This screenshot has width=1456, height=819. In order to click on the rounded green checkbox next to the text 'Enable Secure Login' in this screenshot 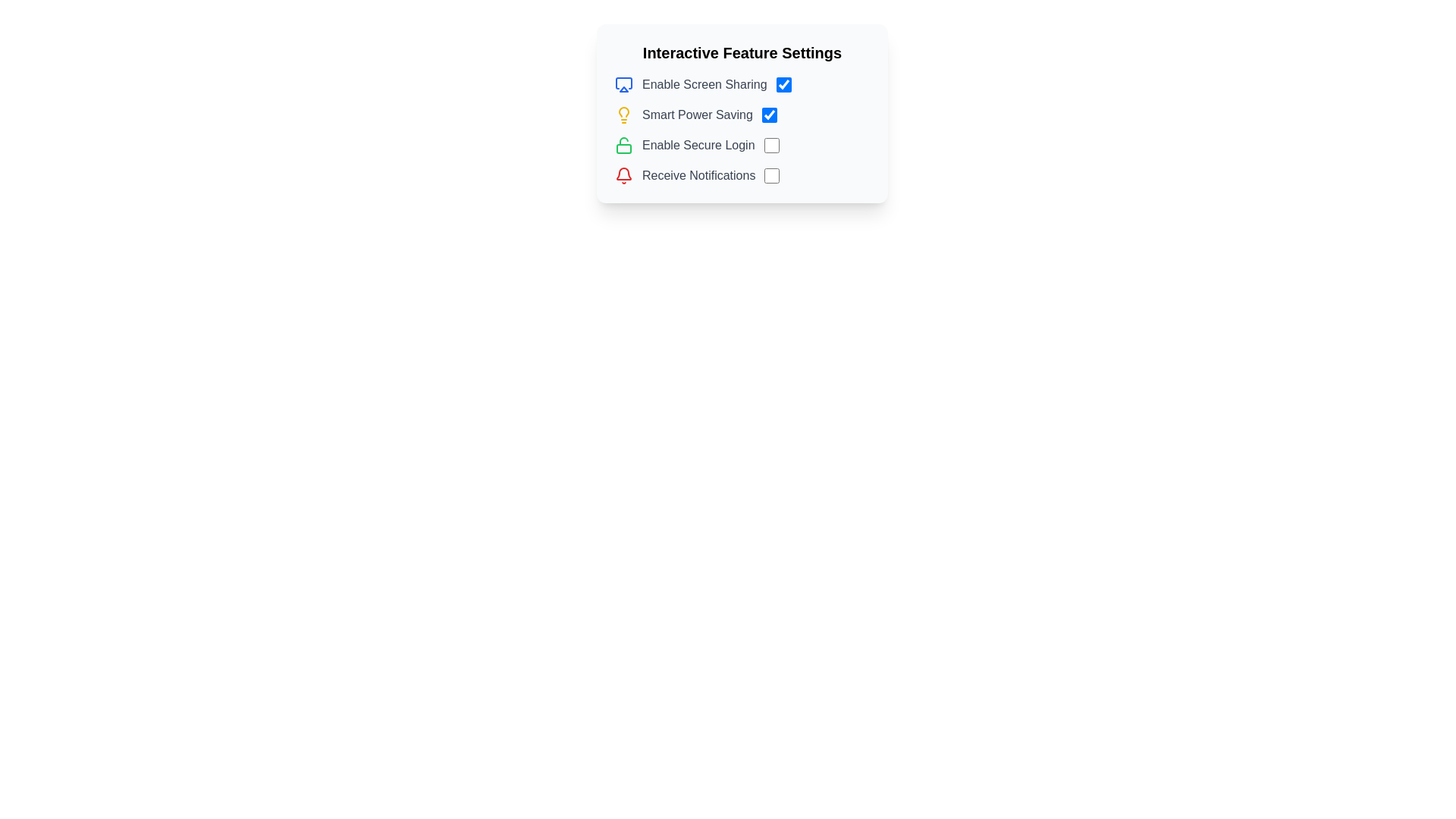, I will do `click(771, 146)`.